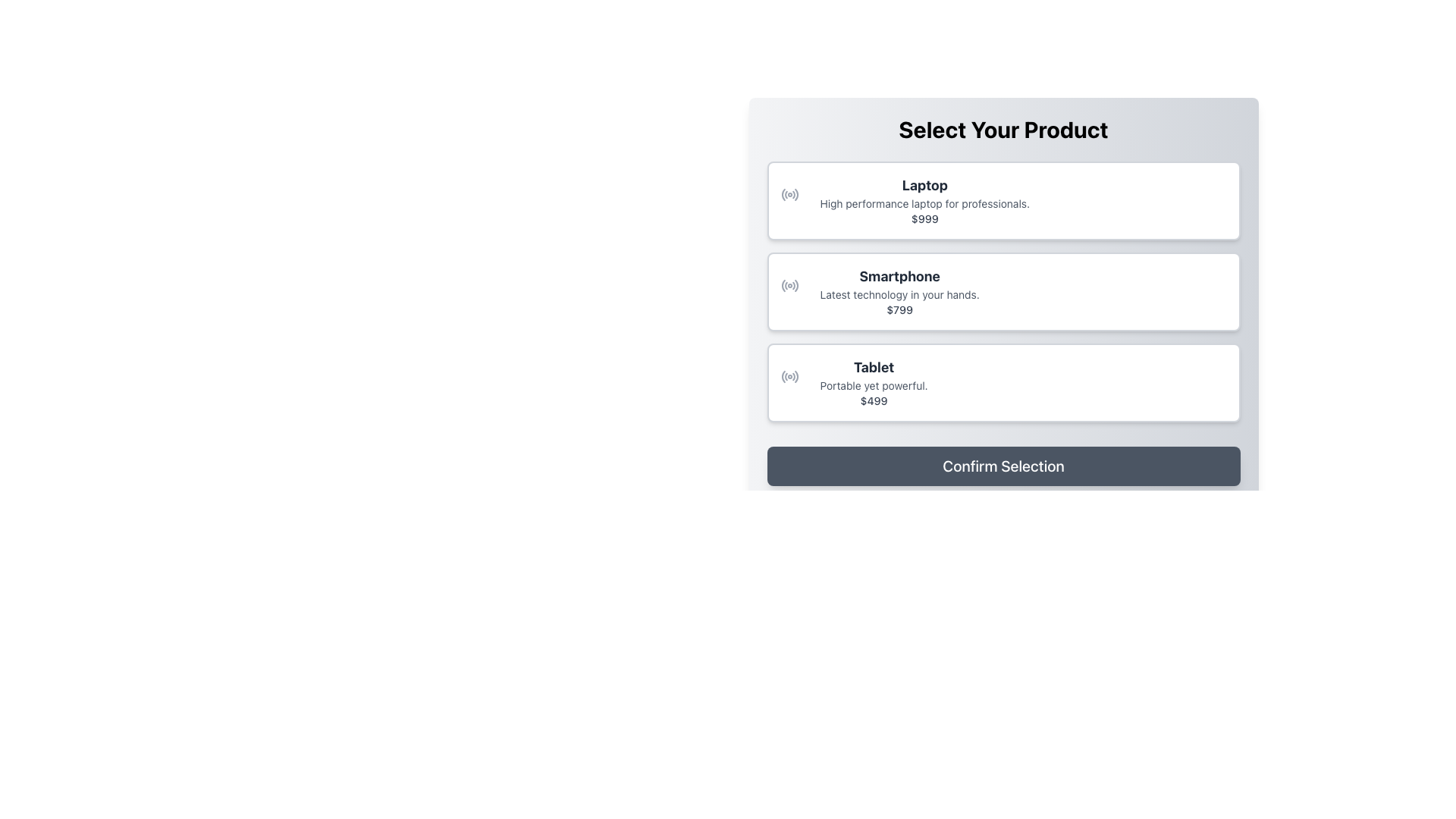 The width and height of the screenshot is (1456, 819). What do you see at coordinates (789, 286) in the screenshot?
I see `the Smartphone category icon, which visually represents the category of the 'Smartphone' product option in the vertical list of product categories` at bounding box center [789, 286].